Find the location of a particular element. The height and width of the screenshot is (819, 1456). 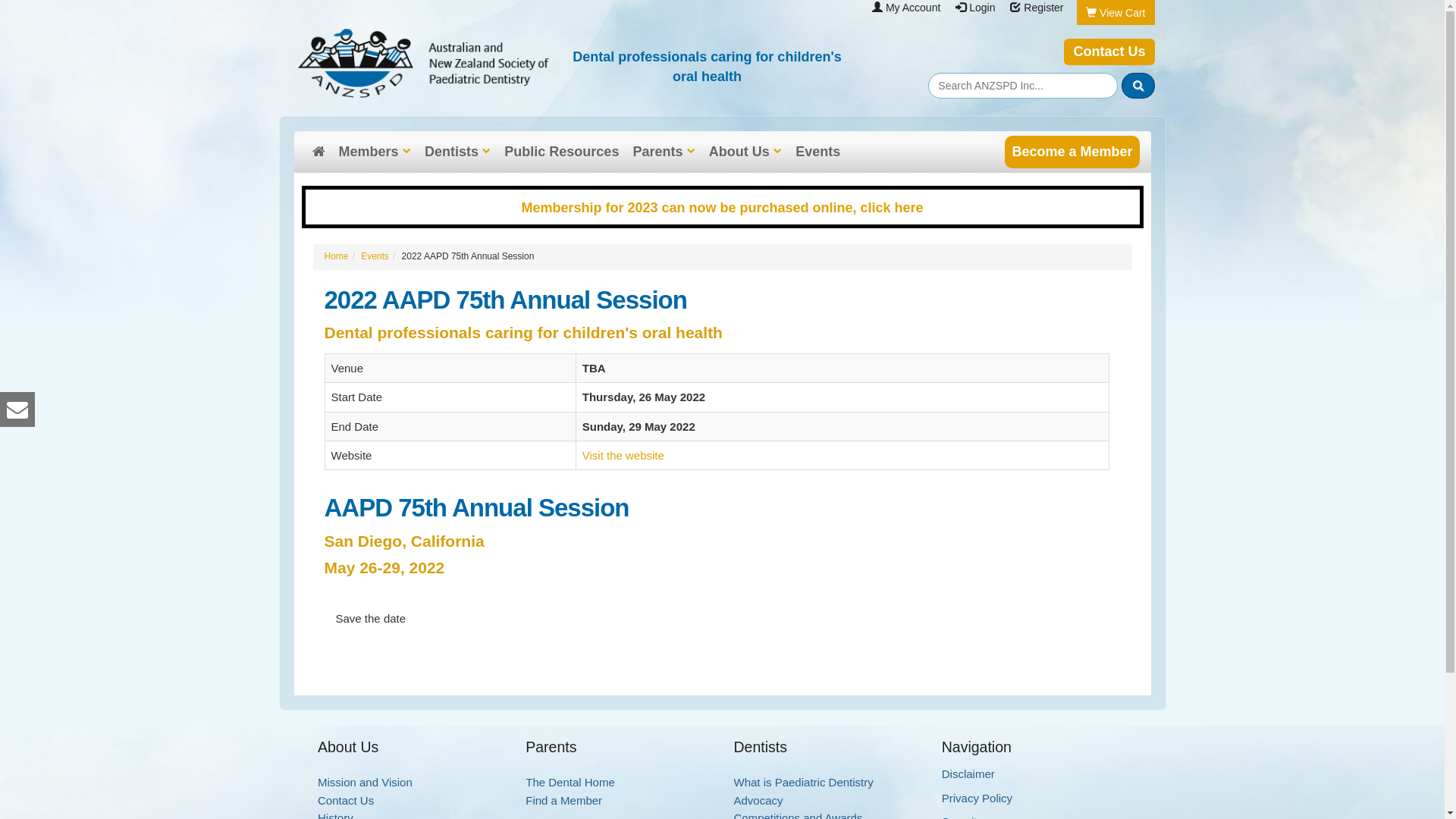

'Advocacy' is located at coordinates (758, 799).